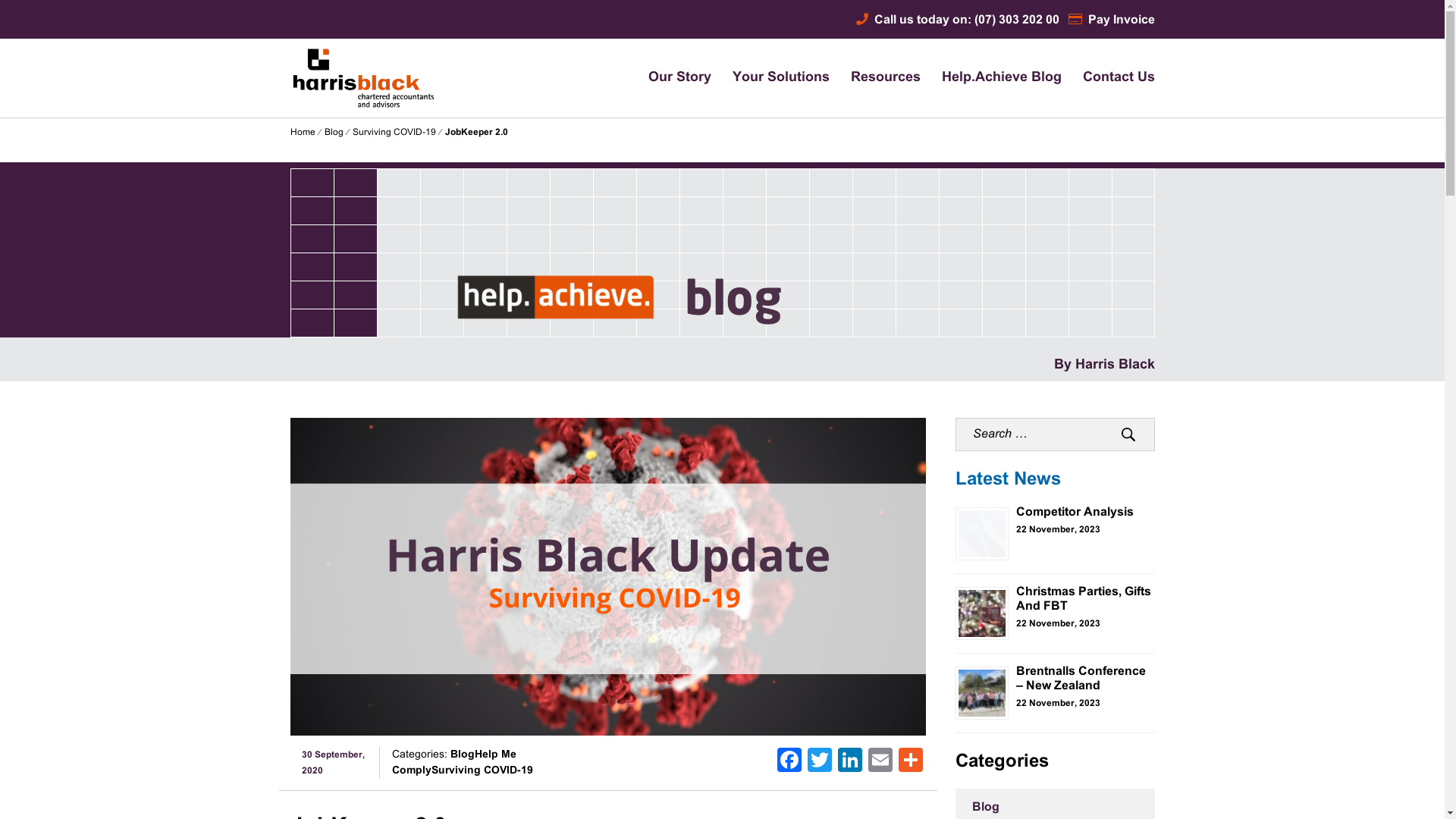  Describe the element at coordinates (880, 763) in the screenshot. I see `'Email'` at that location.